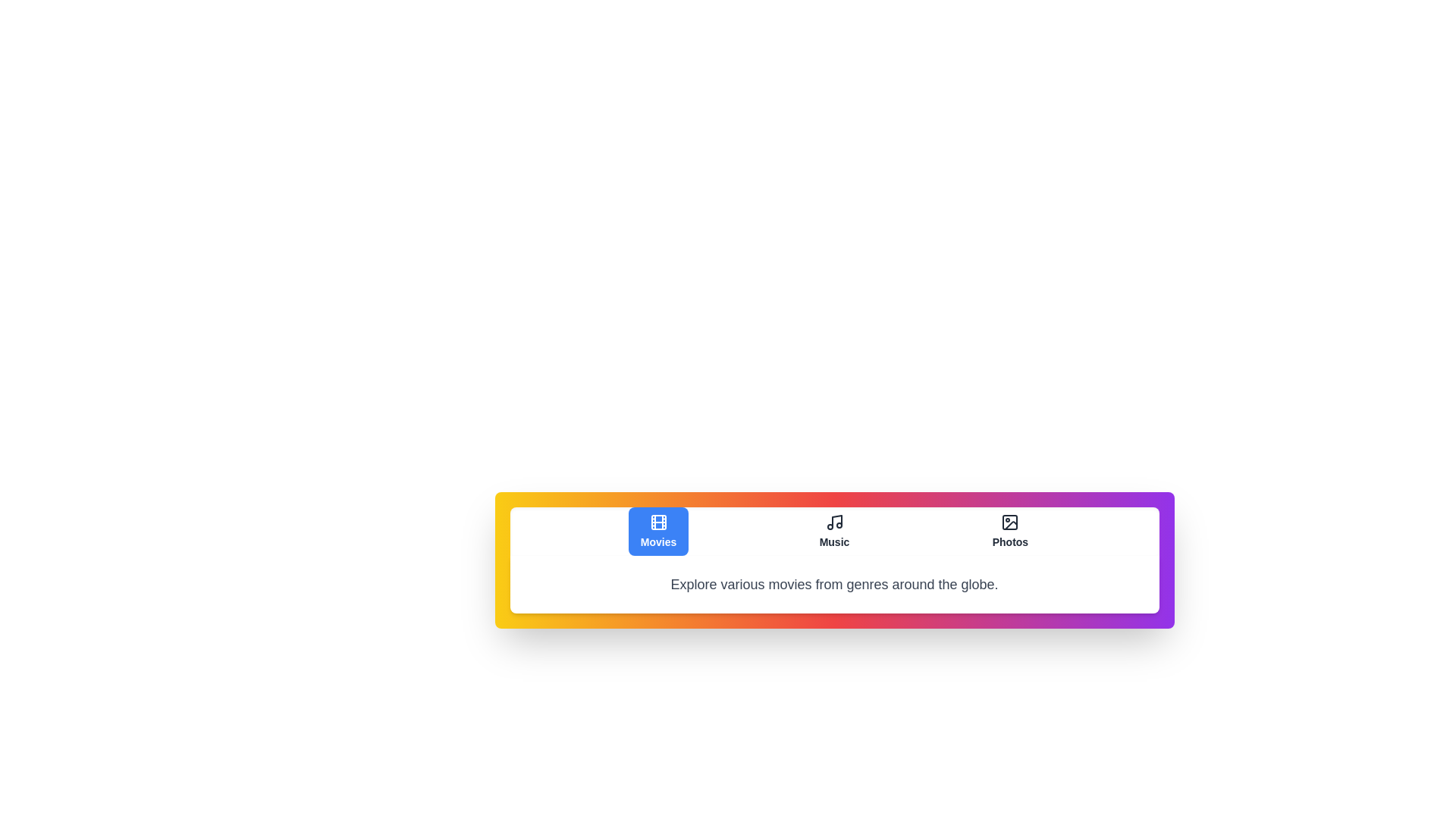  What do you see at coordinates (658, 531) in the screenshot?
I see `the Movies tab to view its content` at bounding box center [658, 531].